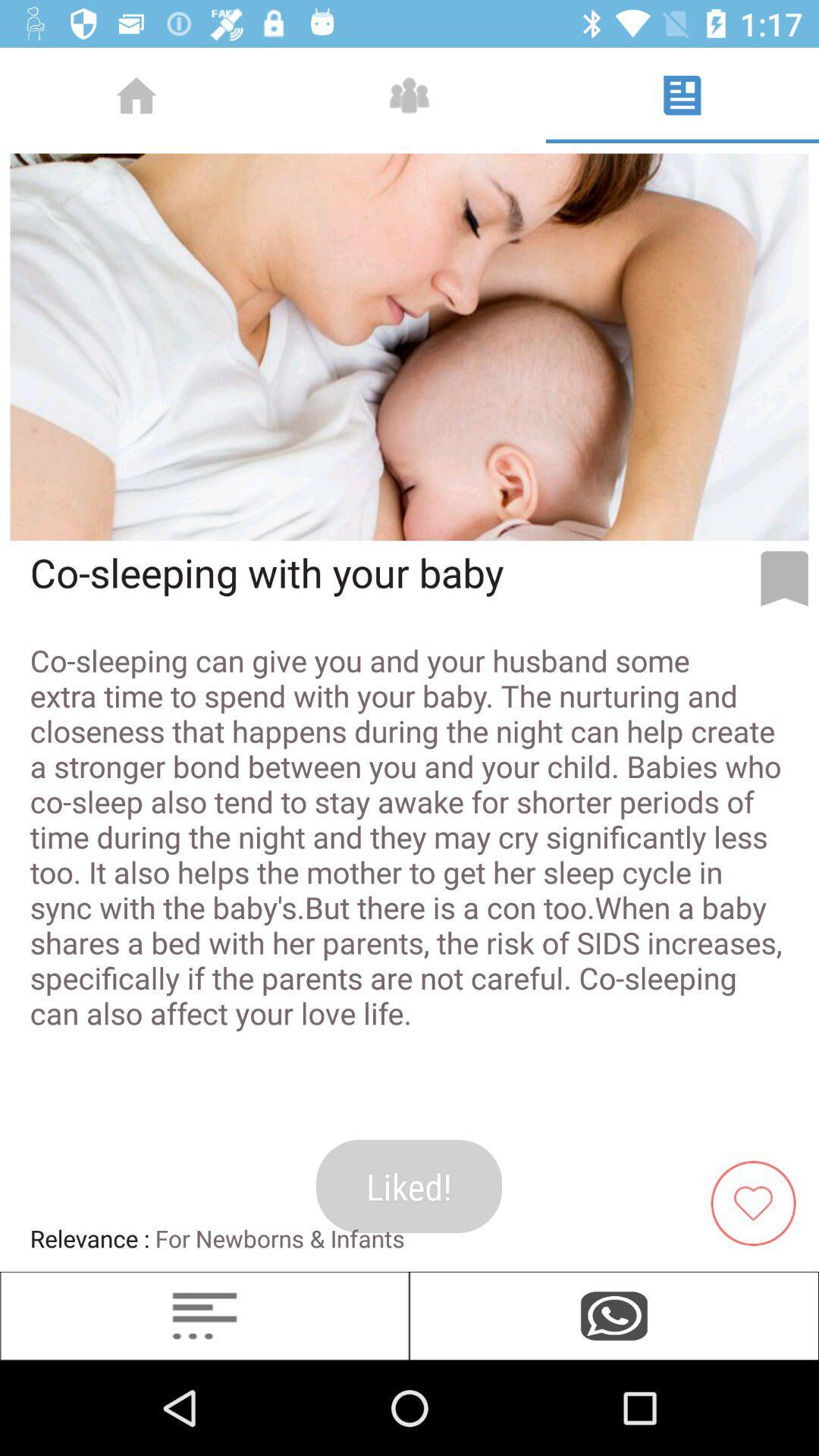  What do you see at coordinates (784, 578) in the screenshot?
I see `bookmark this` at bounding box center [784, 578].